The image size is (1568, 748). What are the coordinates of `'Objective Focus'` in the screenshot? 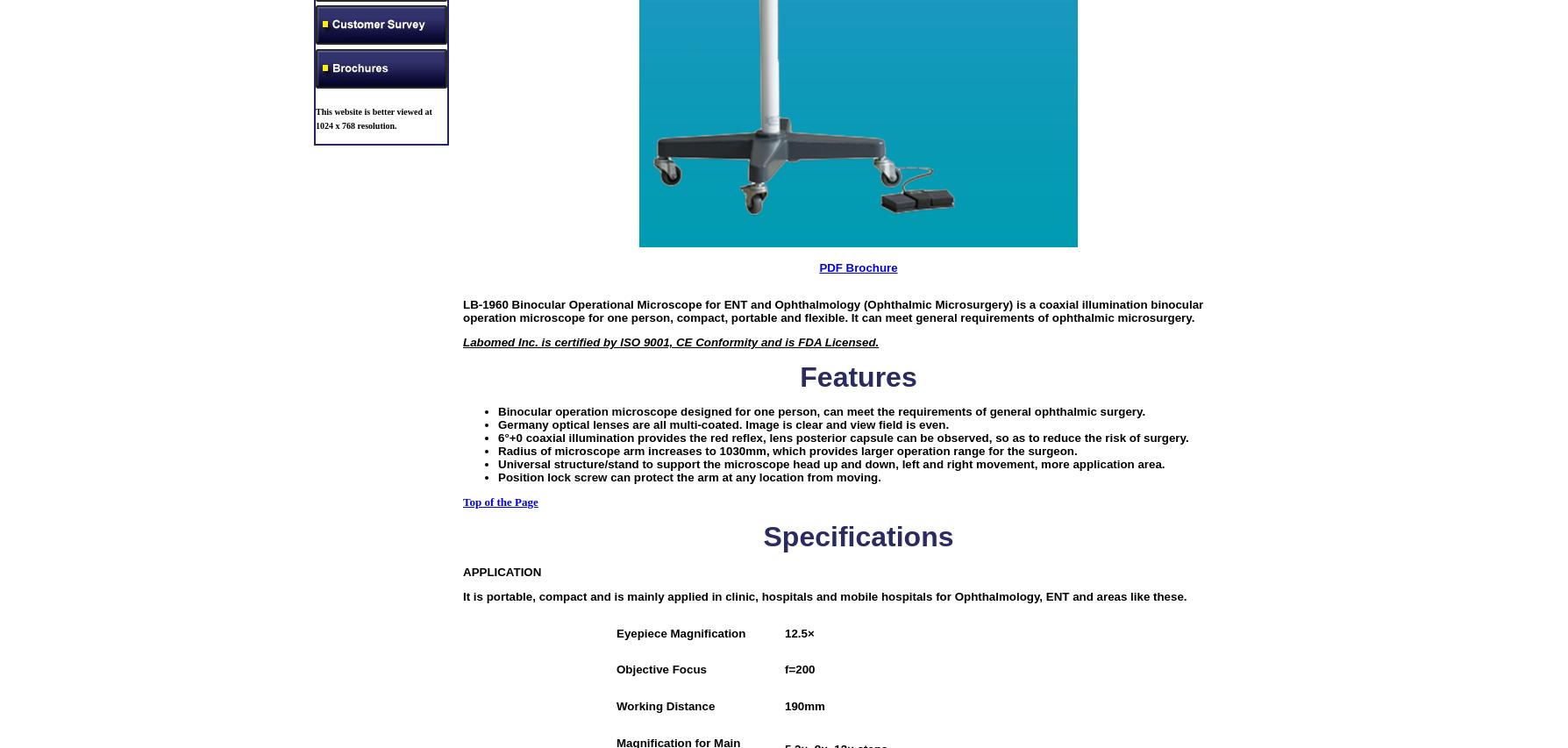 It's located at (659, 669).